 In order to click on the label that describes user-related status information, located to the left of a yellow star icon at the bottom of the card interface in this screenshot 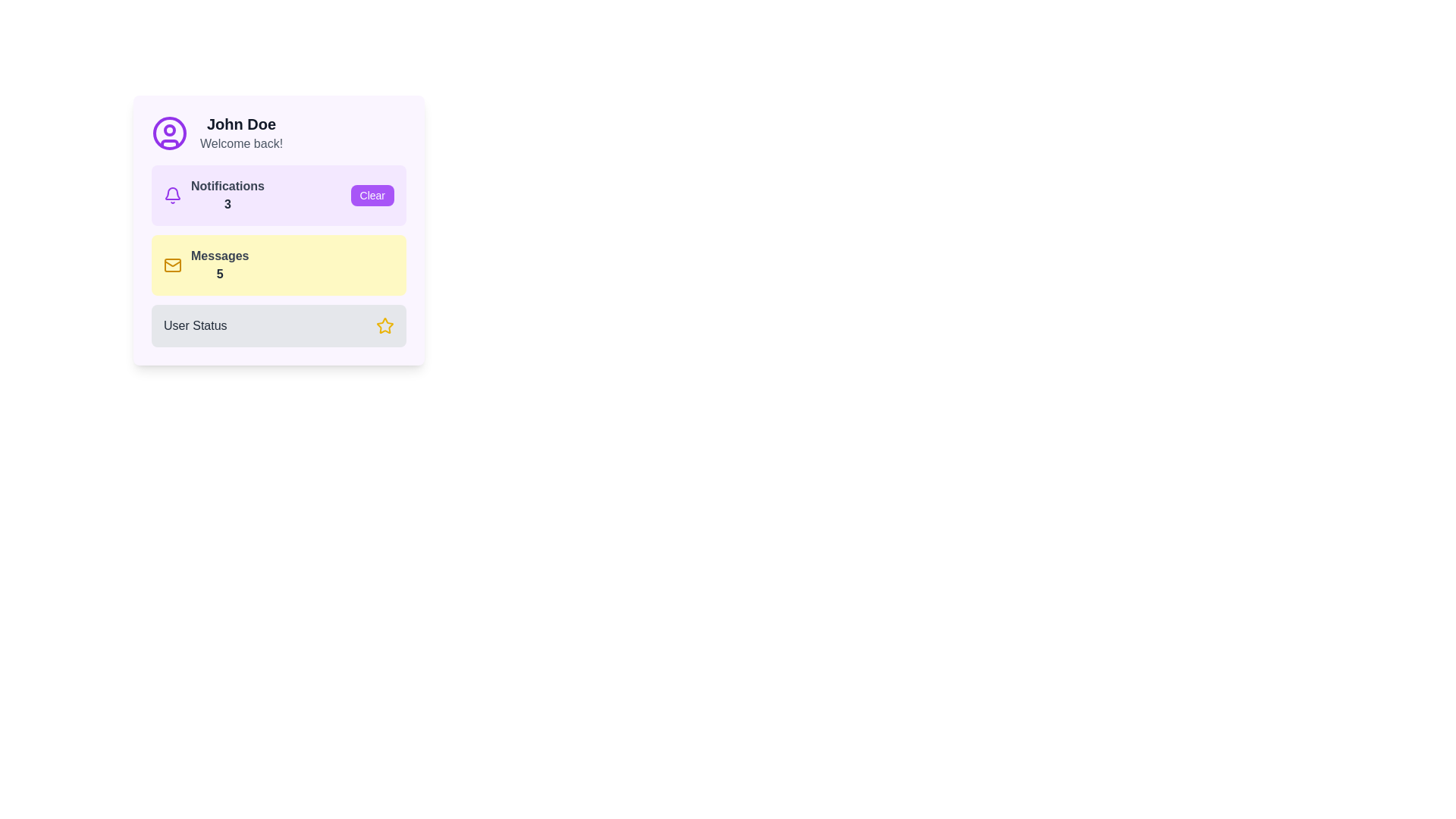, I will do `click(194, 325)`.